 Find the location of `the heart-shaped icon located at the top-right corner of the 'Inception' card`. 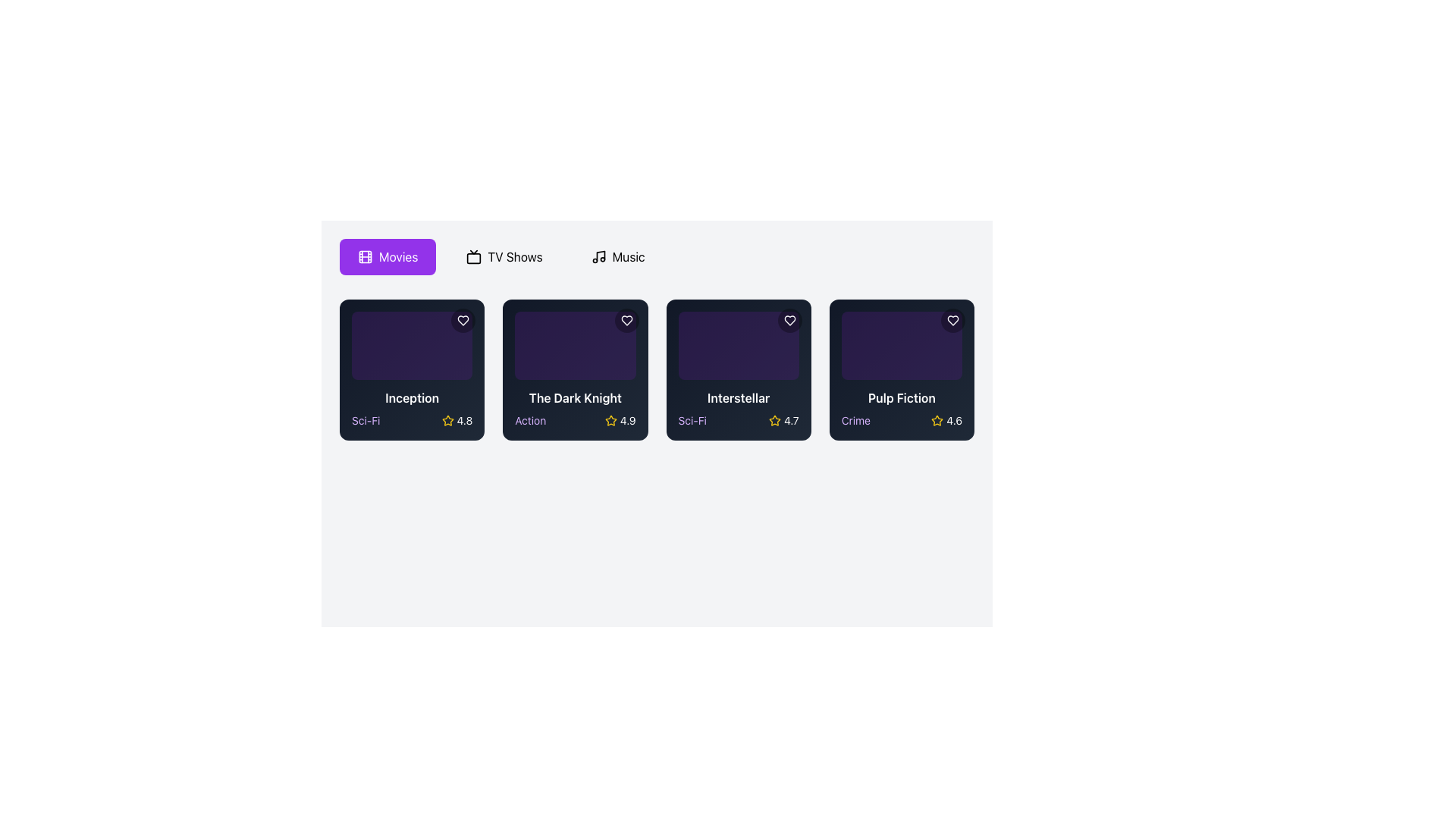

the heart-shaped icon located at the top-right corner of the 'Inception' card is located at coordinates (463, 320).